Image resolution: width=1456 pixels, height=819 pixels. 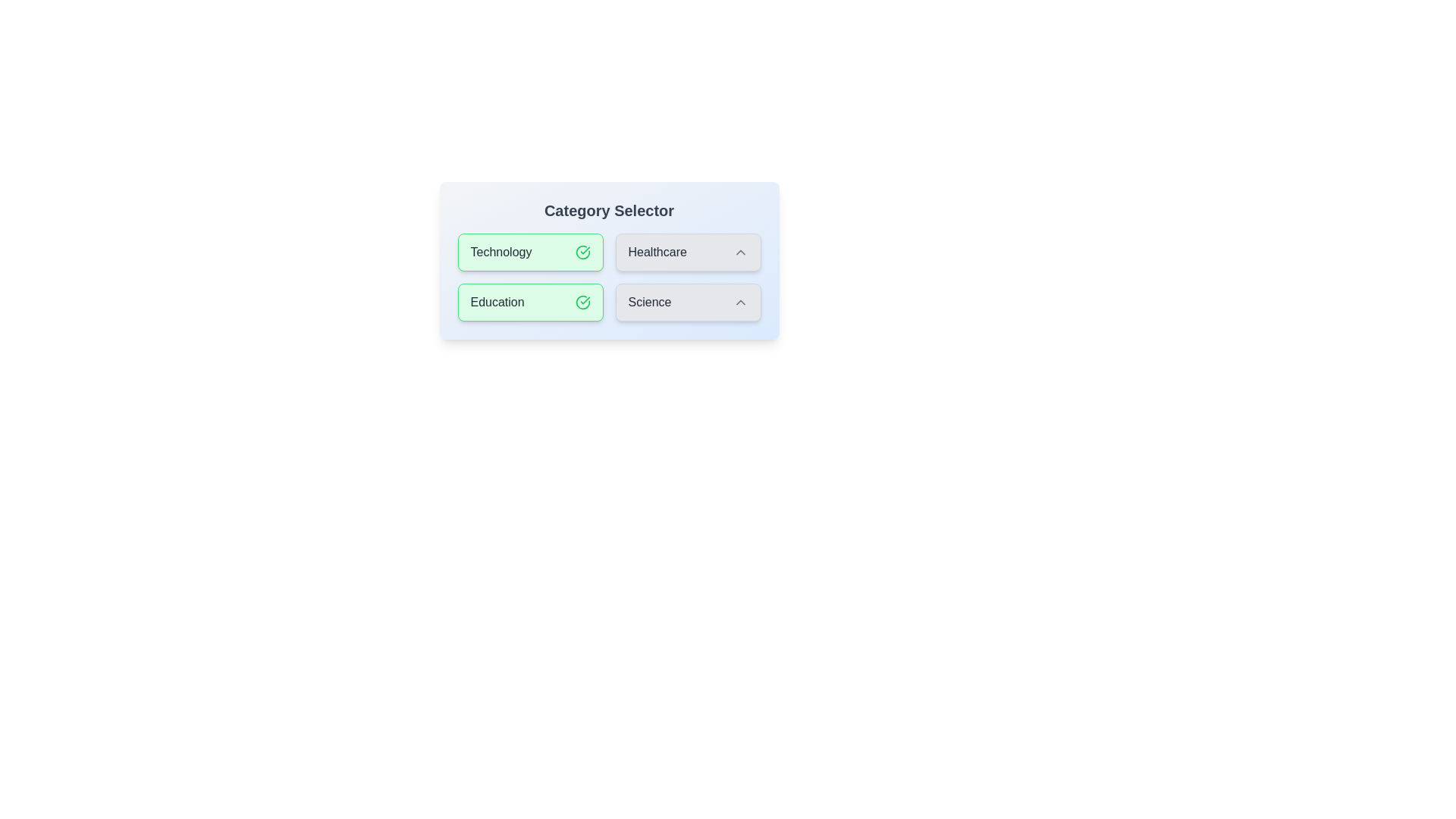 What do you see at coordinates (687, 302) in the screenshot?
I see `the category Science to observe the hover effect` at bounding box center [687, 302].